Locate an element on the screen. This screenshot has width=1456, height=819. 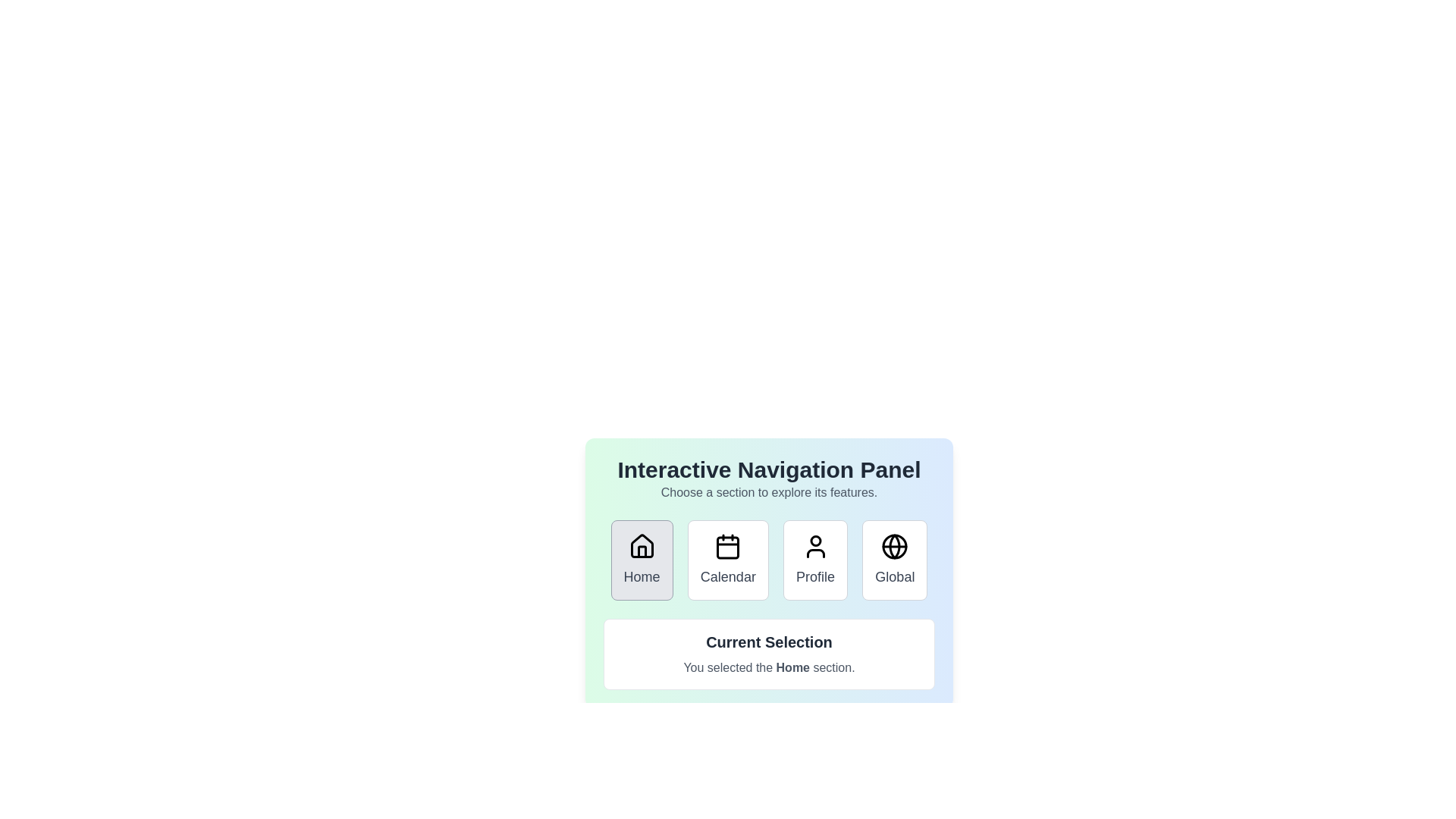
the informational panel that updates users about the current selected section, specifically the 'Home' section, located within the 'Interactive Navigation Panel' is located at coordinates (769, 654).